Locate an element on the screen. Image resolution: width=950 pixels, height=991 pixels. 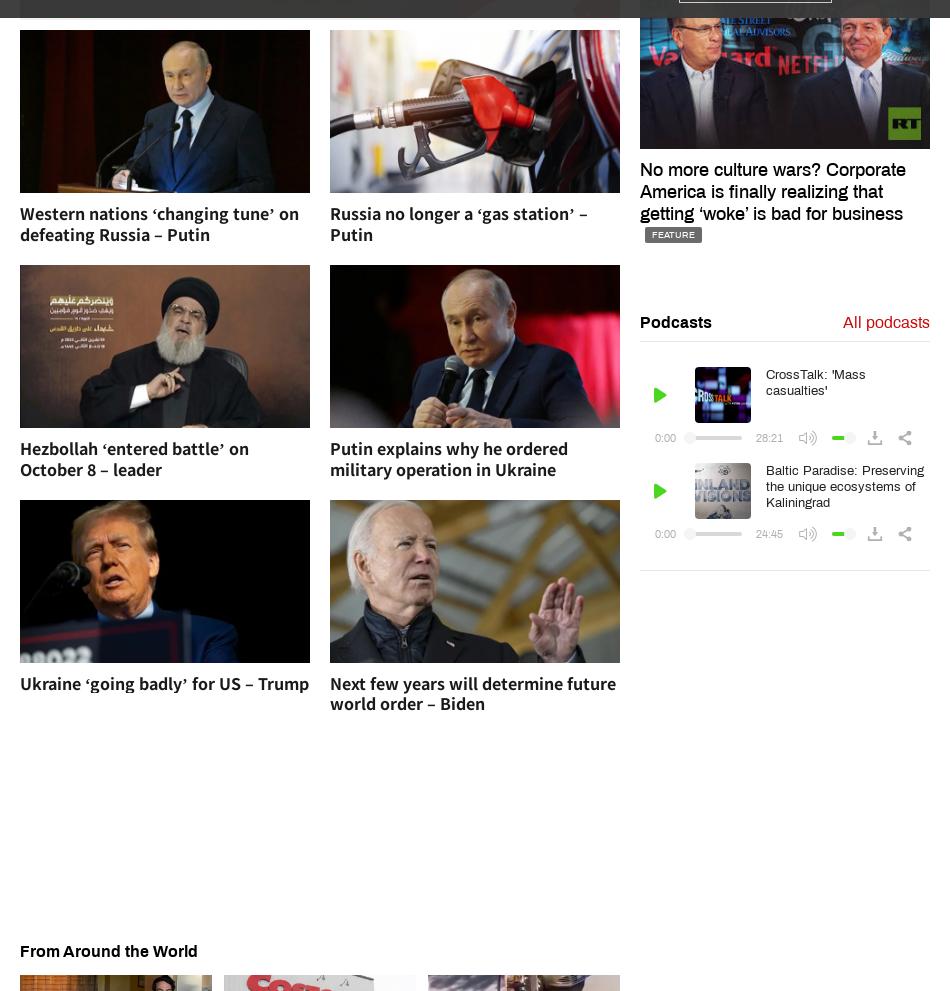
'24:45' is located at coordinates (768, 533).